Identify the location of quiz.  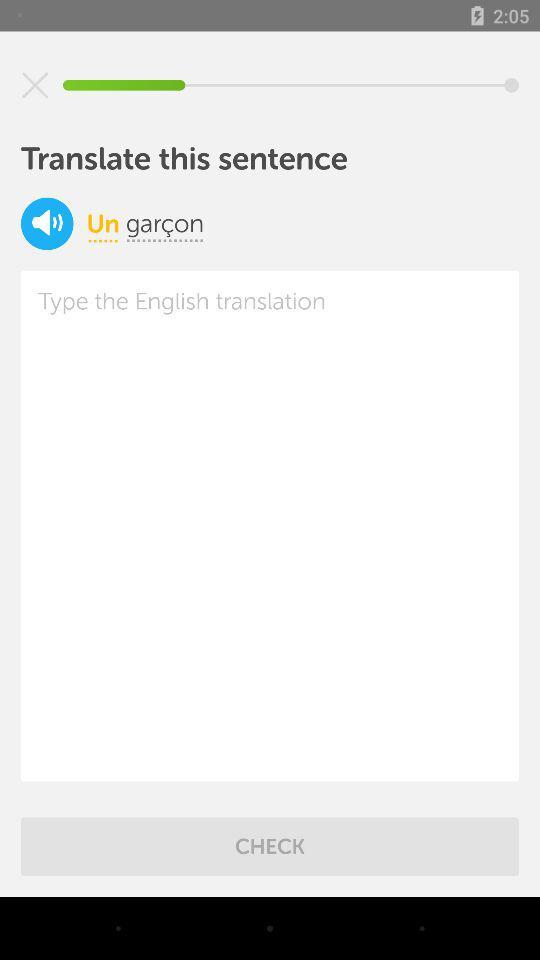
(35, 85).